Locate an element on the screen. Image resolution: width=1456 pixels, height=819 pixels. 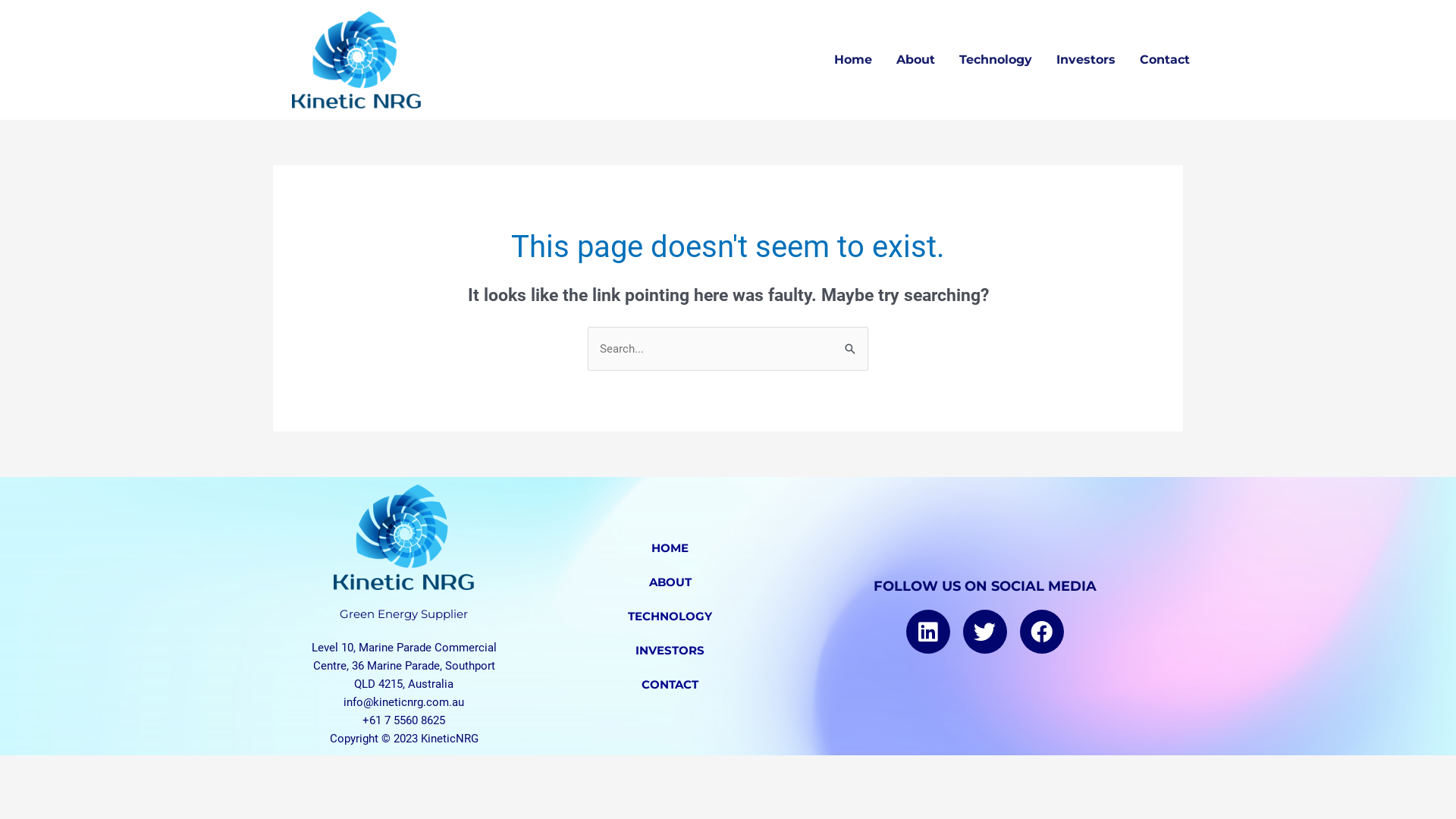
'HOME' is located at coordinates (669, 548).